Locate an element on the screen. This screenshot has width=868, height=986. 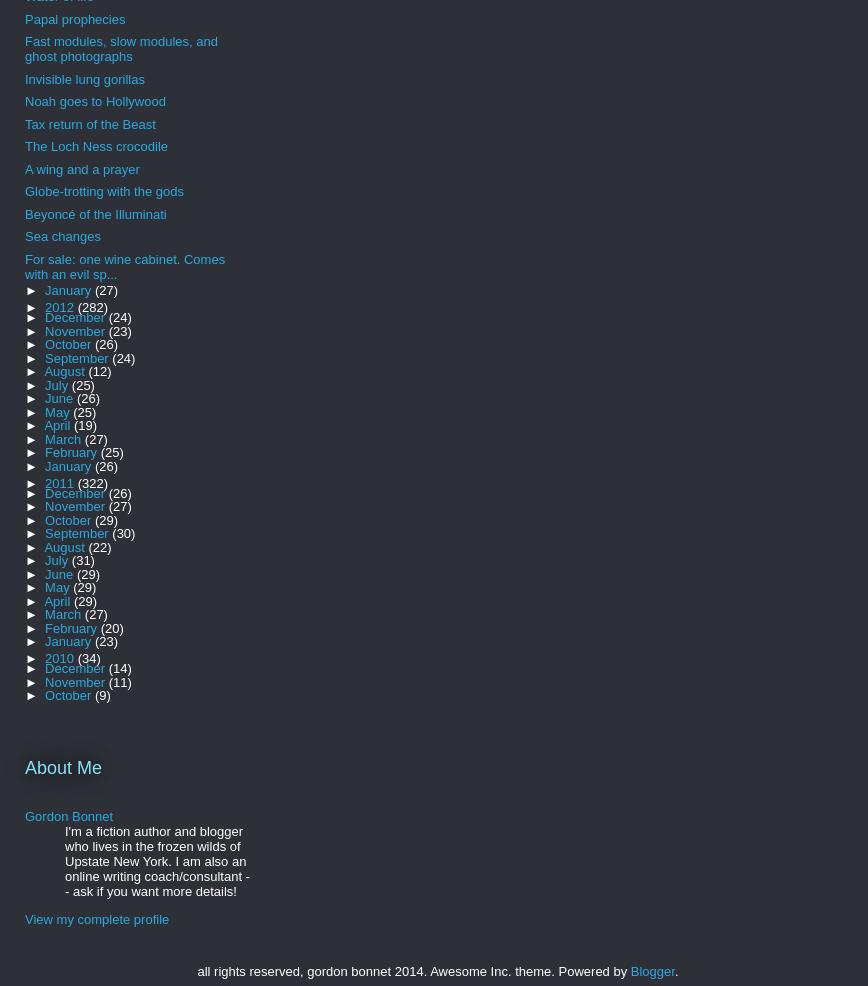
'(322)' is located at coordinates (92, 482).